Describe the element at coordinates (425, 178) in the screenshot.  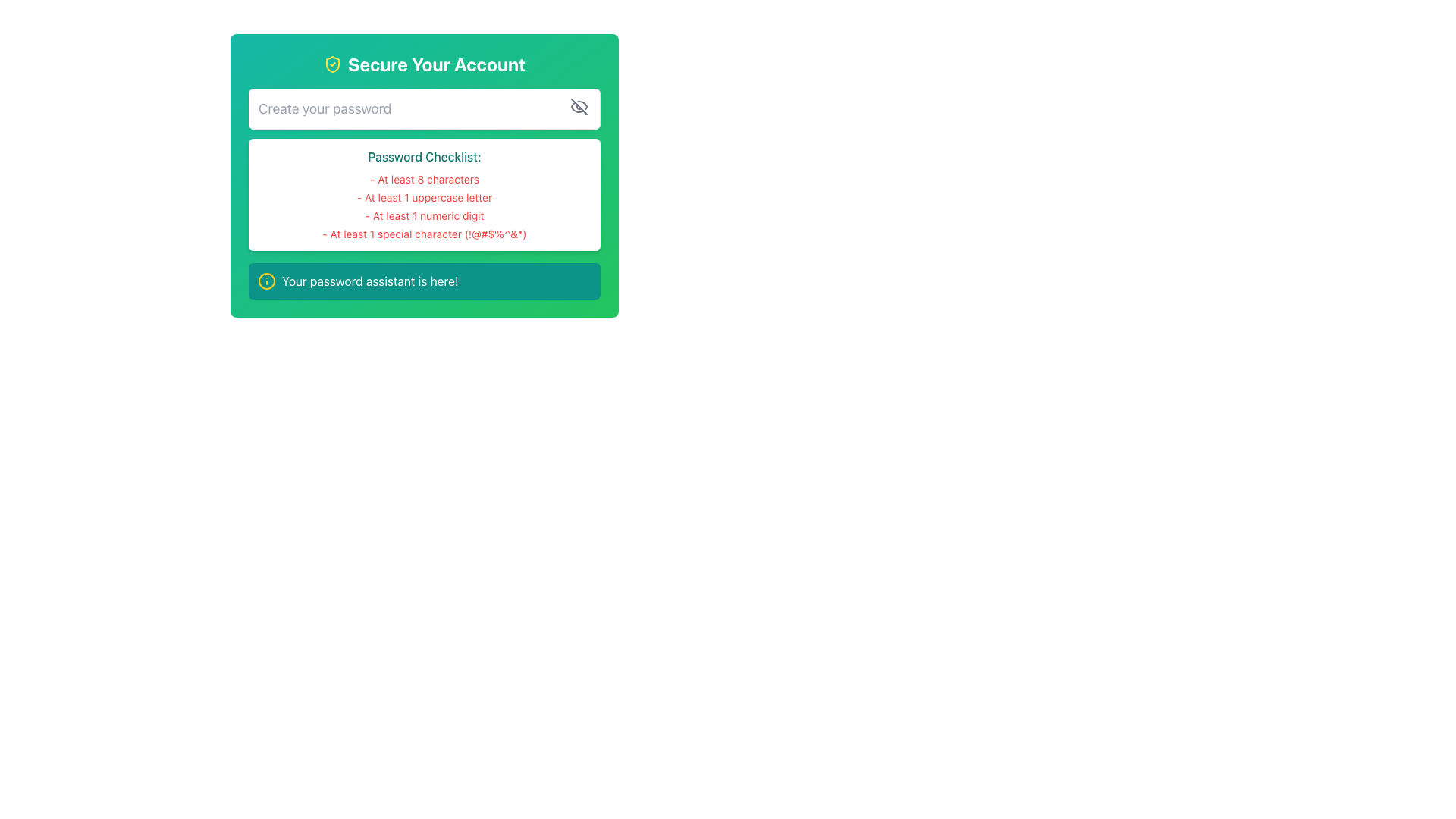
I see `text label that informs the user about the password requirement of at least 8 characters, positioned below the 'Password Checklist:' header` at that location.